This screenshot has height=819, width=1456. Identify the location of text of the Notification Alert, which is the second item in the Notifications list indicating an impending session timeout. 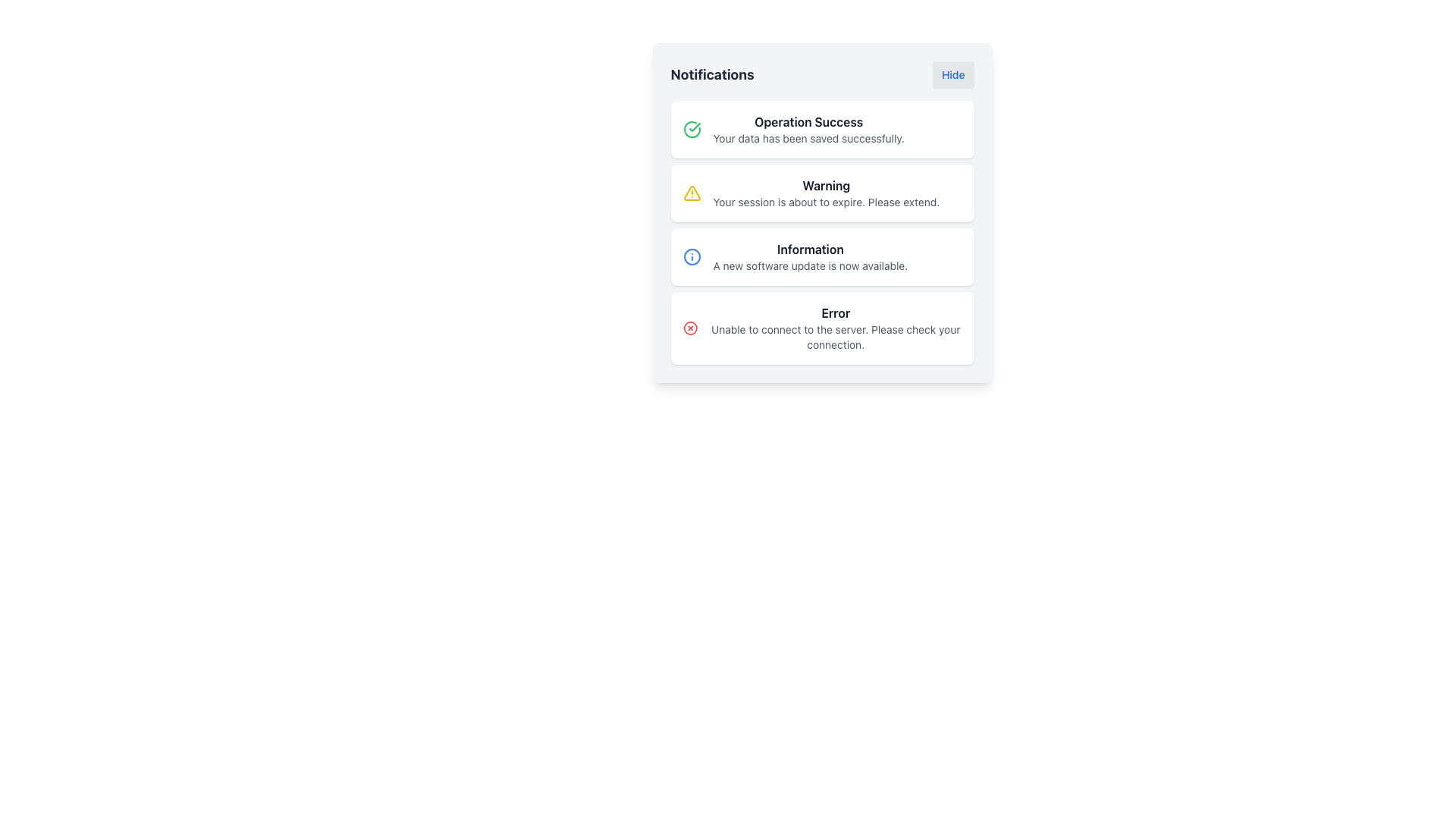
(821, 192).